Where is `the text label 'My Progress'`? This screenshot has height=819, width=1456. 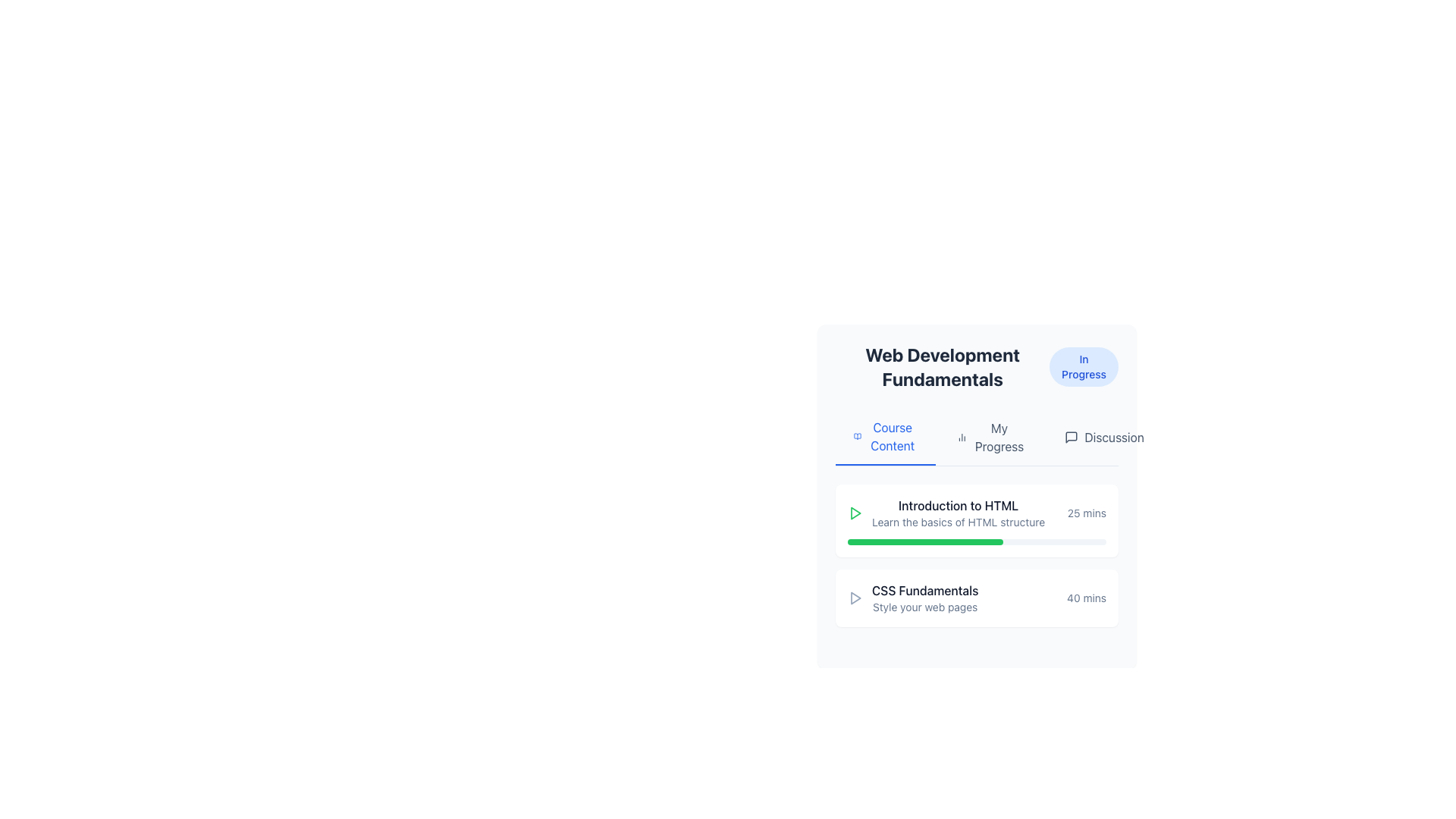
the text label 'My Progress' is located at coordinates (999, 438).